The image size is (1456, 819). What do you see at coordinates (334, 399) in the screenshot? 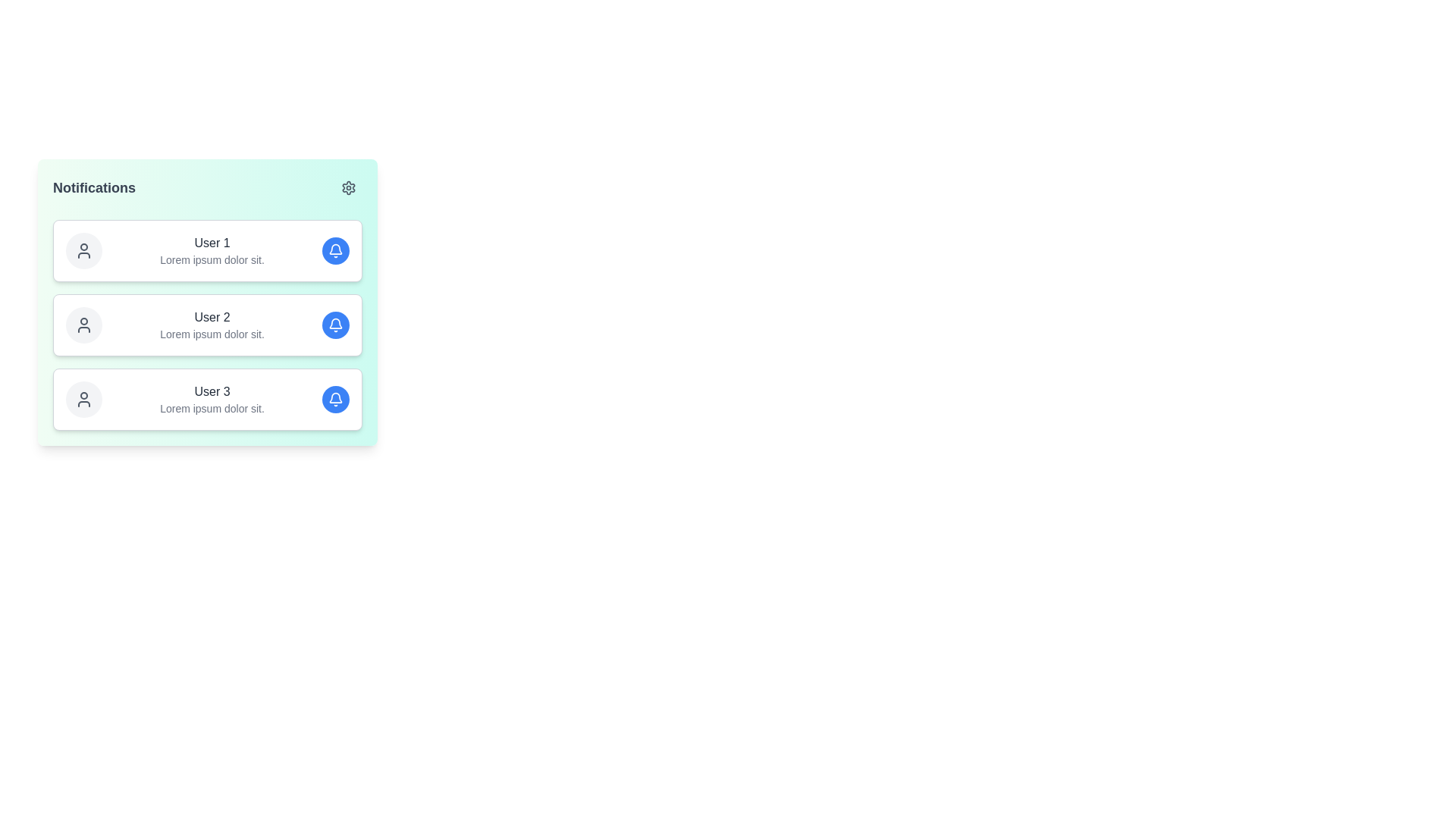
I see `the circular blue button with a bell icon` at bounding box center [334, 399].